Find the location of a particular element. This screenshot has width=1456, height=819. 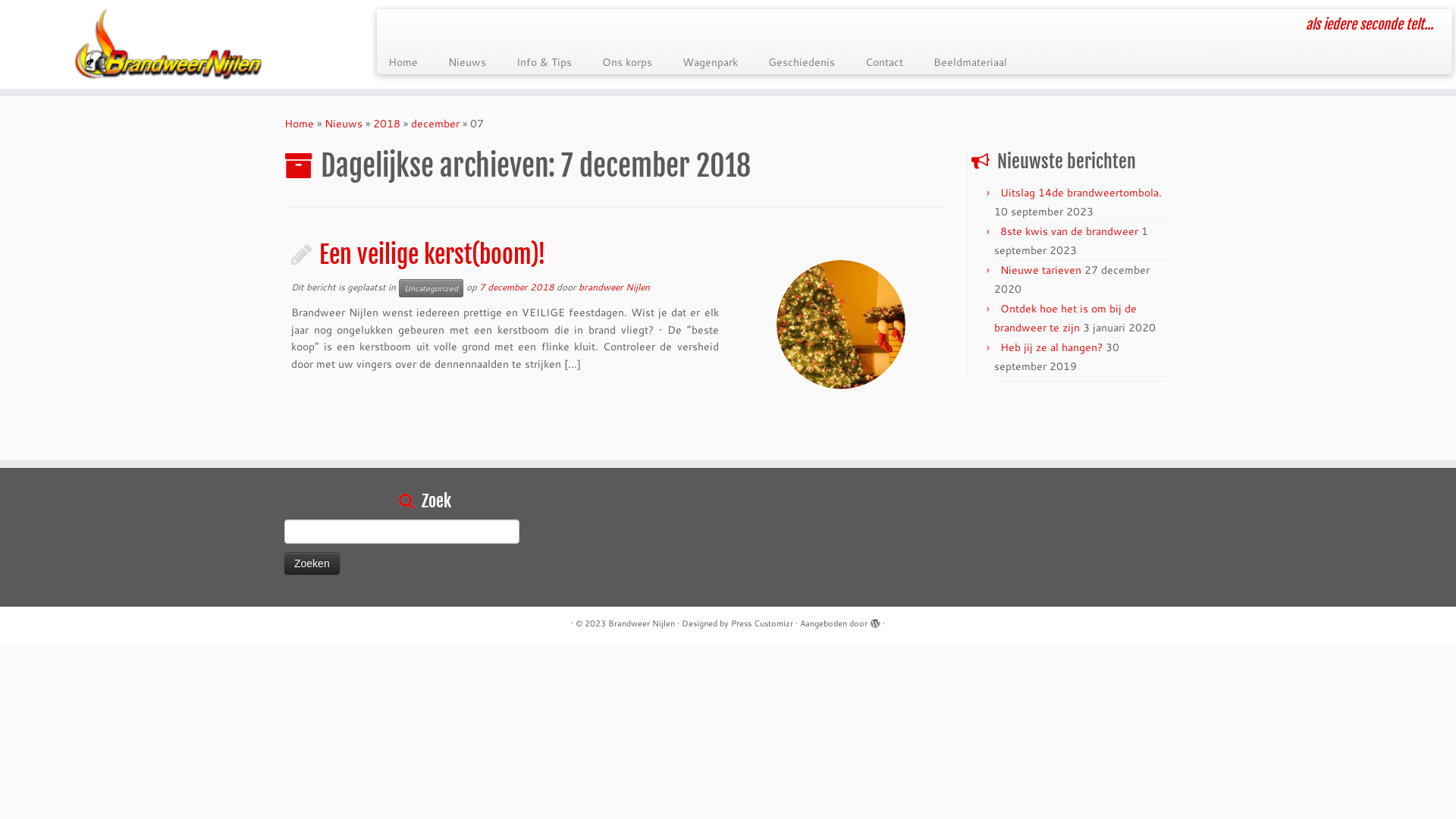

'Uncategorized' is located at coordinates (430, 288).